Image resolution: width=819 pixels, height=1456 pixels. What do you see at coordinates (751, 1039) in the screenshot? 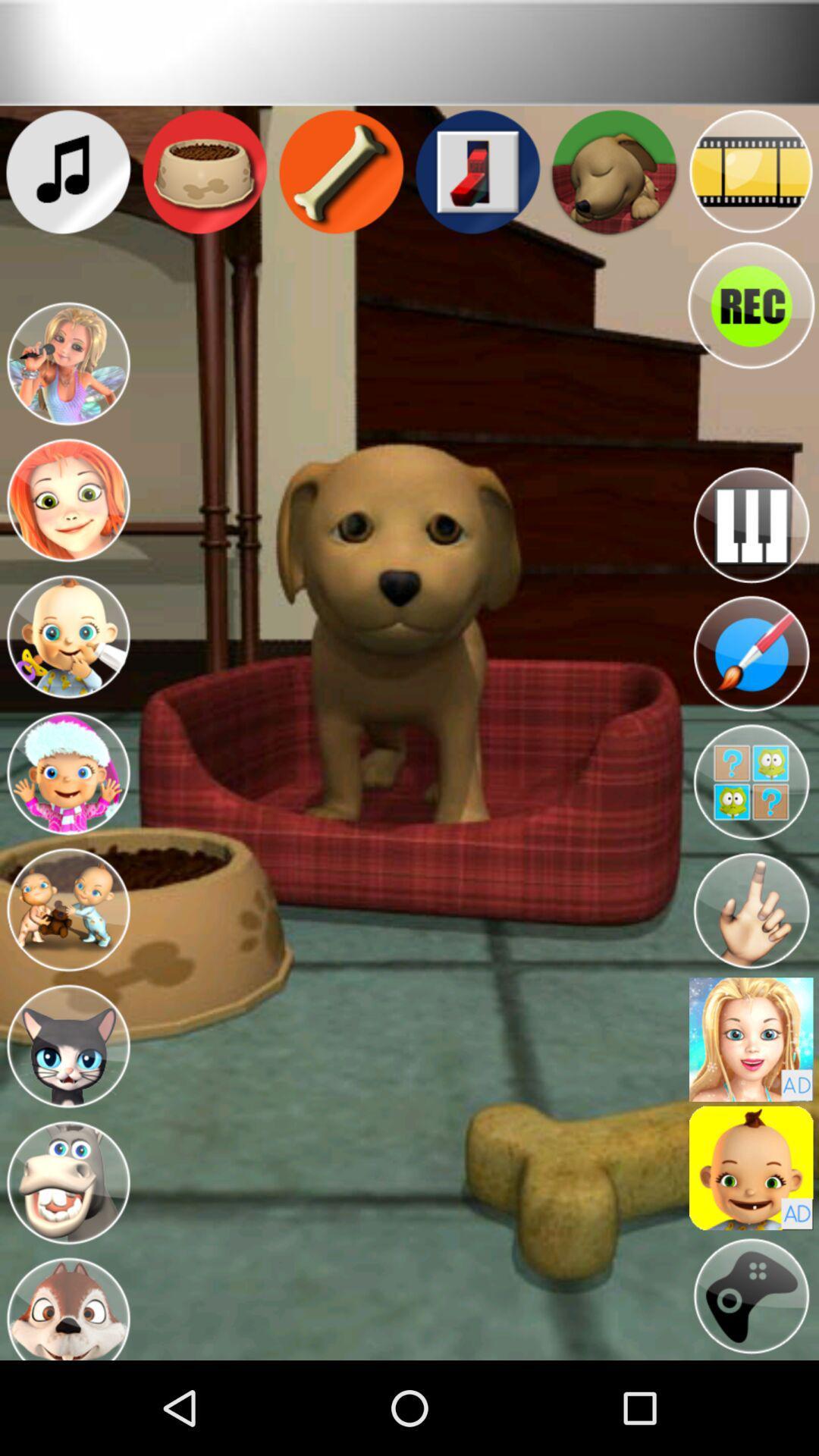
I see `use avatar` at bounding box center [751, 1039].